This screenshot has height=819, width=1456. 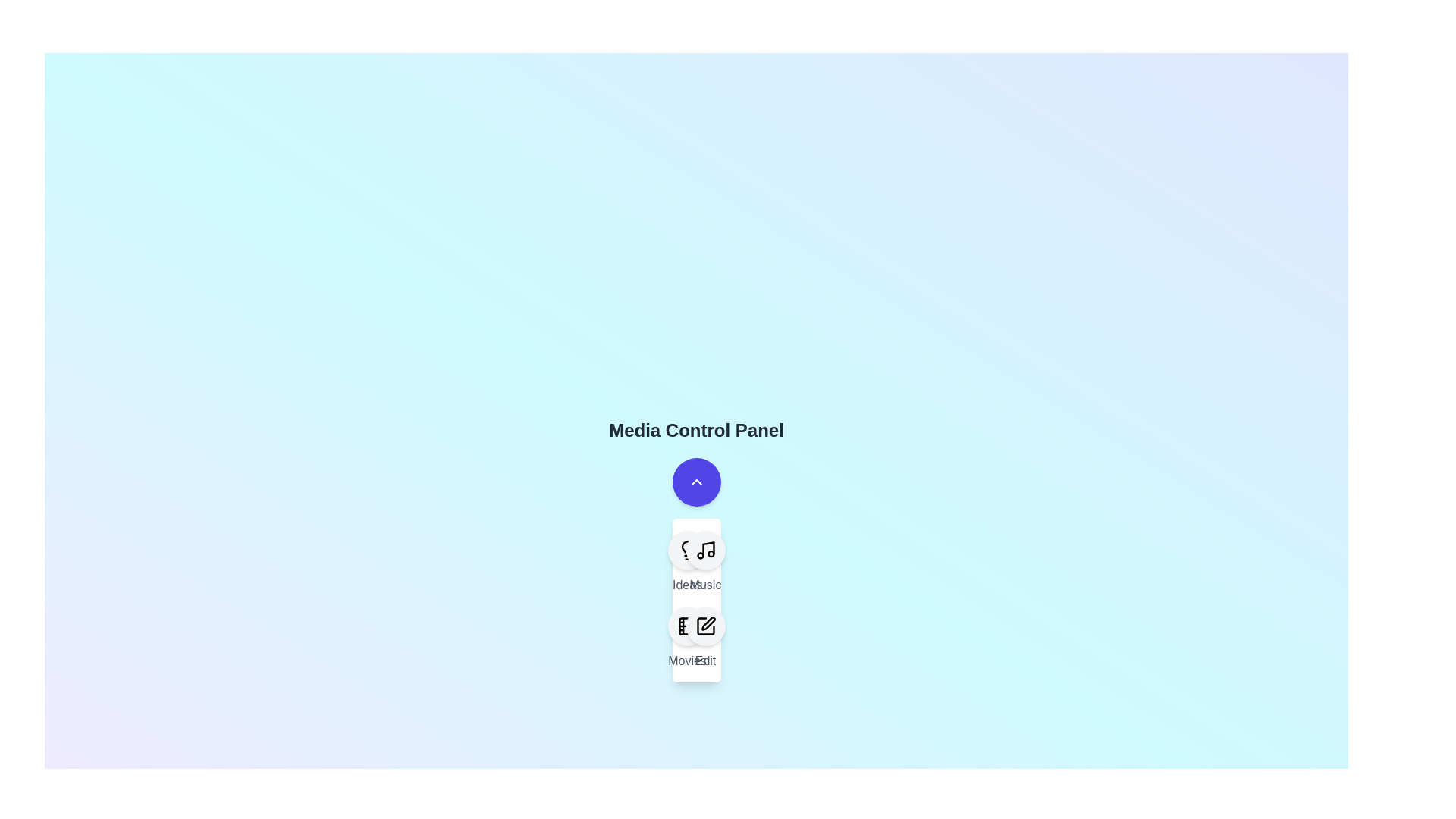 What do you see at coordinates (704, 626) in the screenshot?
I see `the Edit option in the menu` at bounding box center [704, 626].